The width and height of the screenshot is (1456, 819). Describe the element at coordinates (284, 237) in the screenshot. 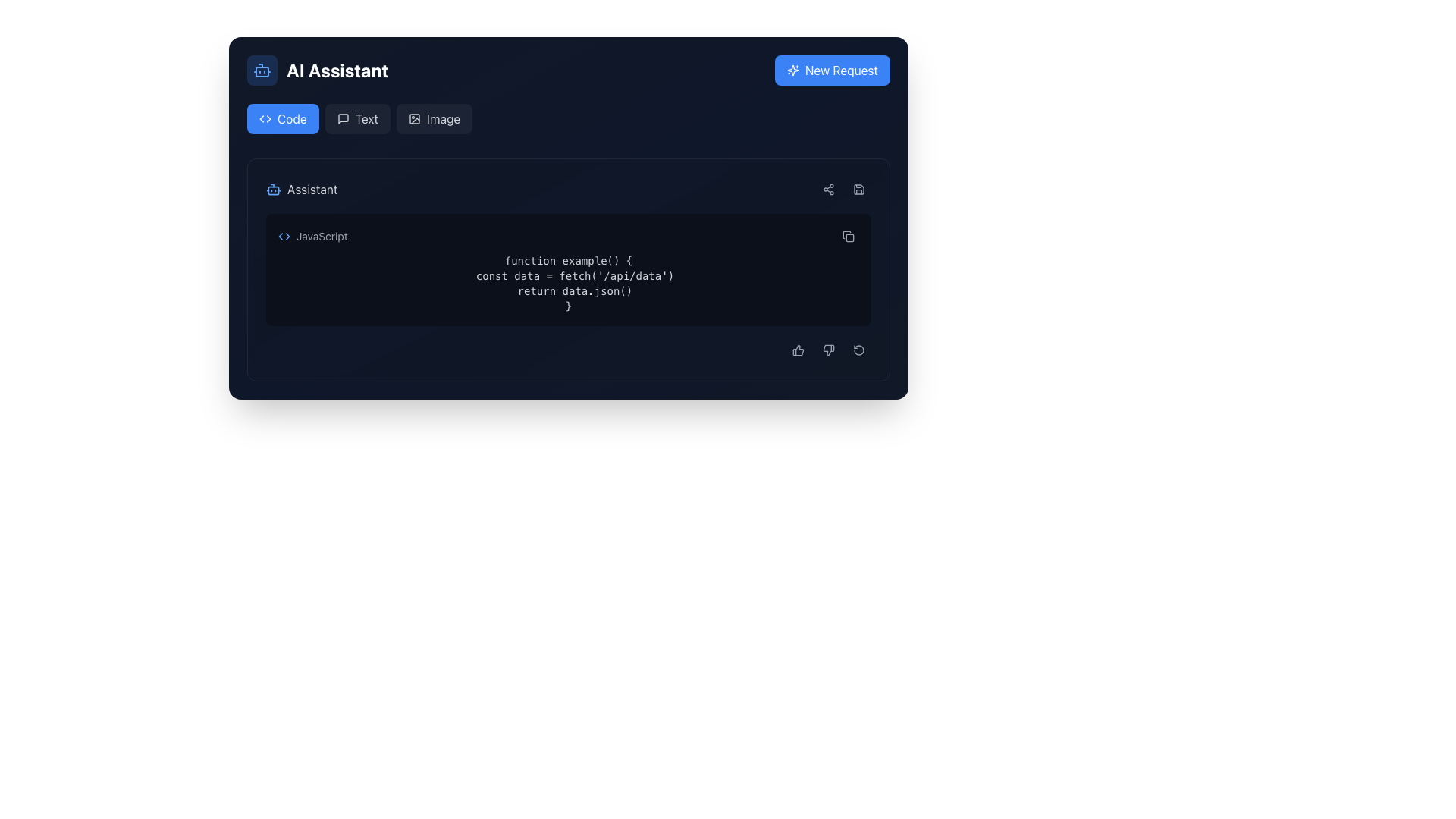

I see `the small blue icon styled with a code symbol located next to the 'JavaScript' text` at that location.